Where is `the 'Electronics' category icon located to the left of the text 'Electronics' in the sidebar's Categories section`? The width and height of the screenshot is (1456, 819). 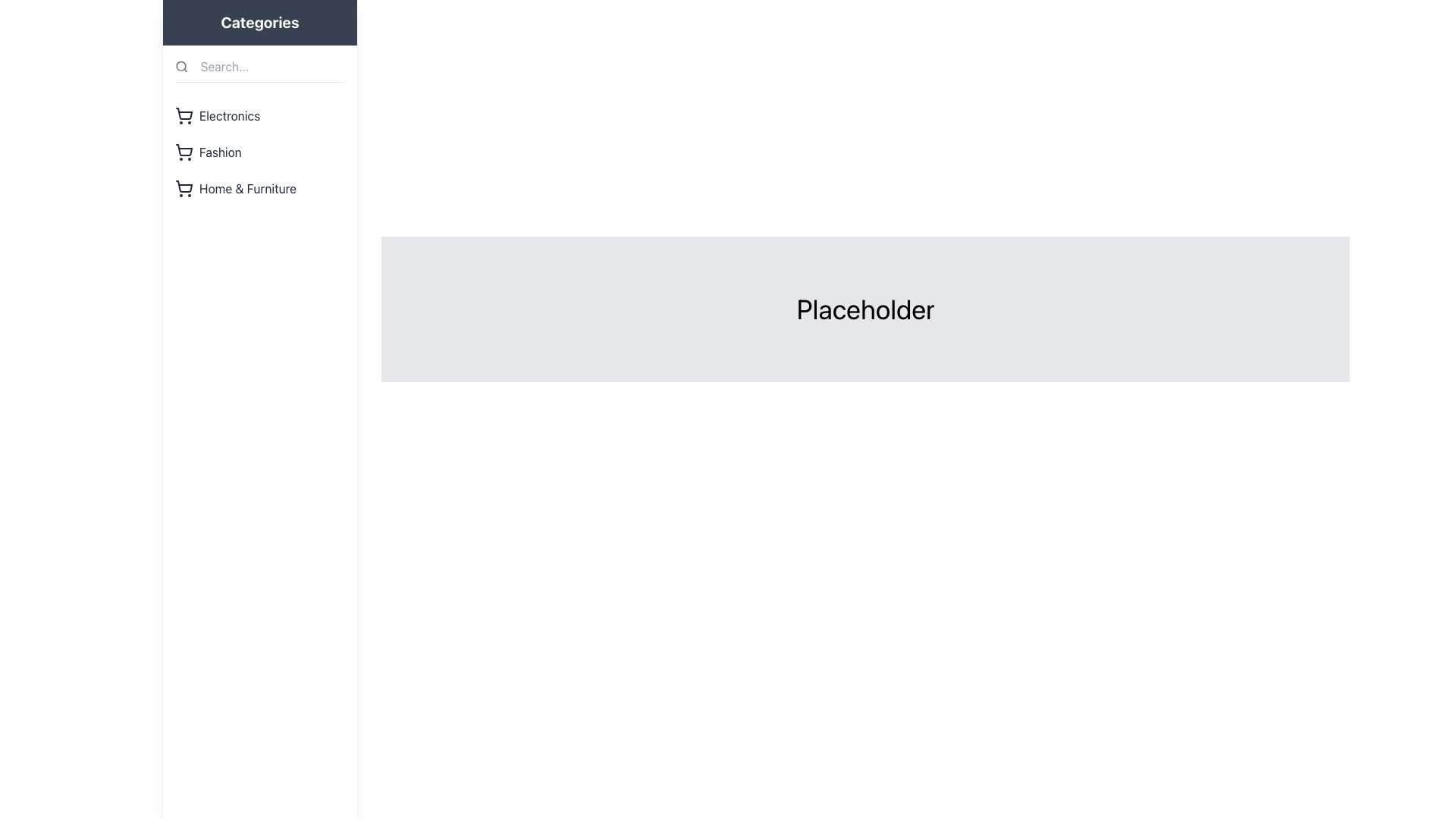
the 'Electronics' category icon located to the left of the text 'Electronics' in the sidebar's Categories section is located at coordinates (184, 115).